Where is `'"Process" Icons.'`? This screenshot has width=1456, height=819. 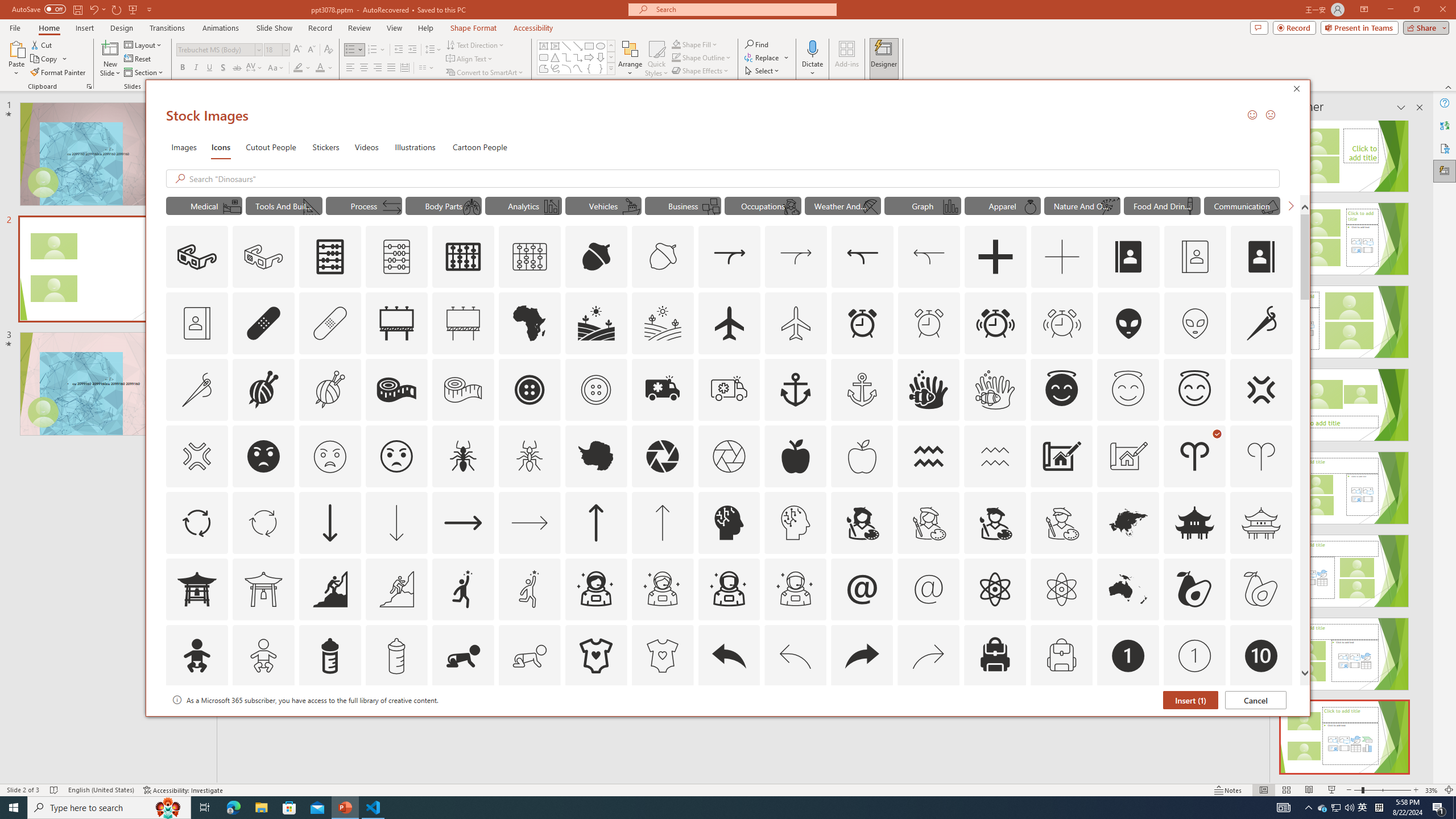
'"Process" Icons.' is located at coordinates (364, 205).